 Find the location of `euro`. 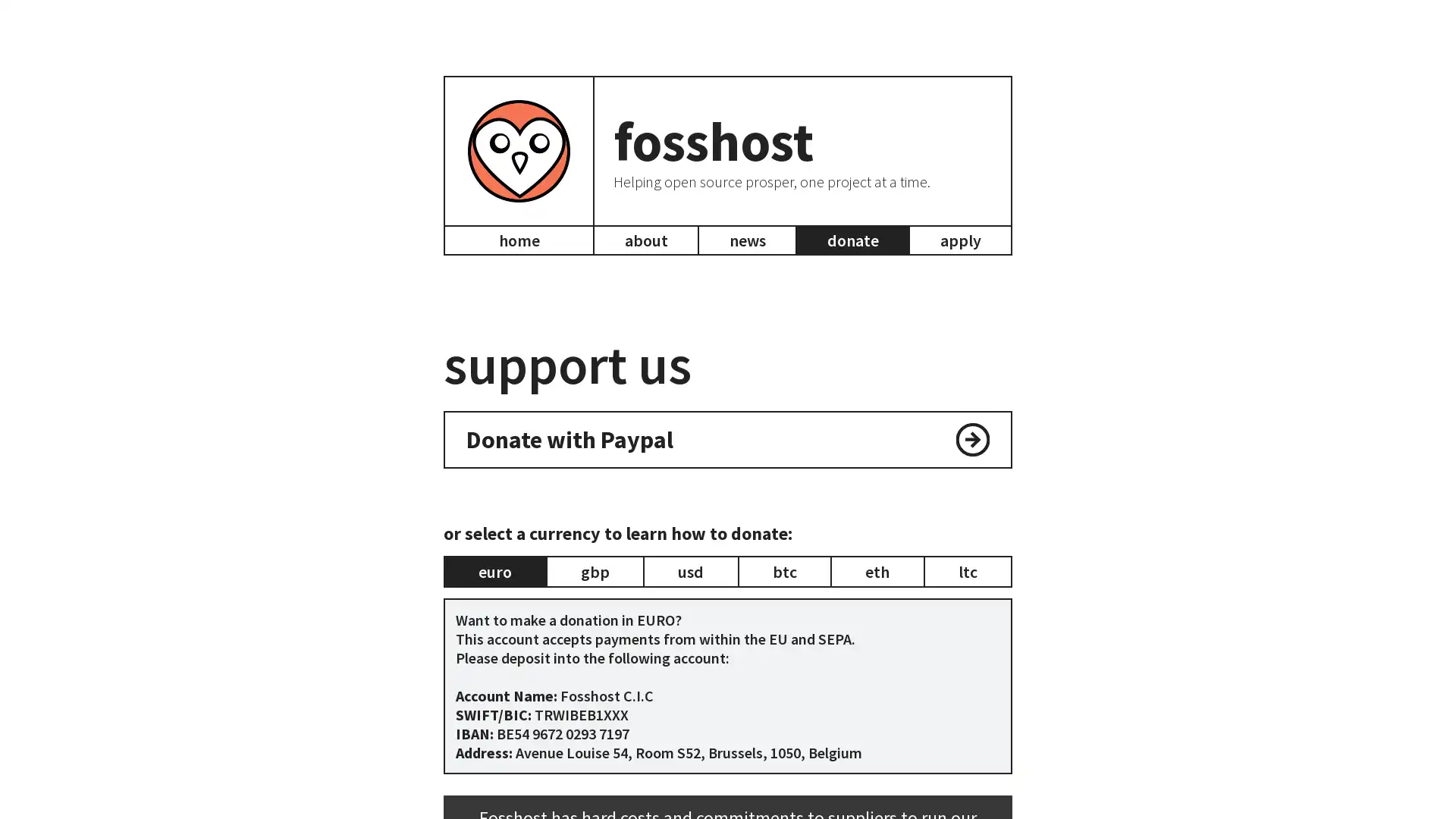

euro is located at coordinates (494, 571).